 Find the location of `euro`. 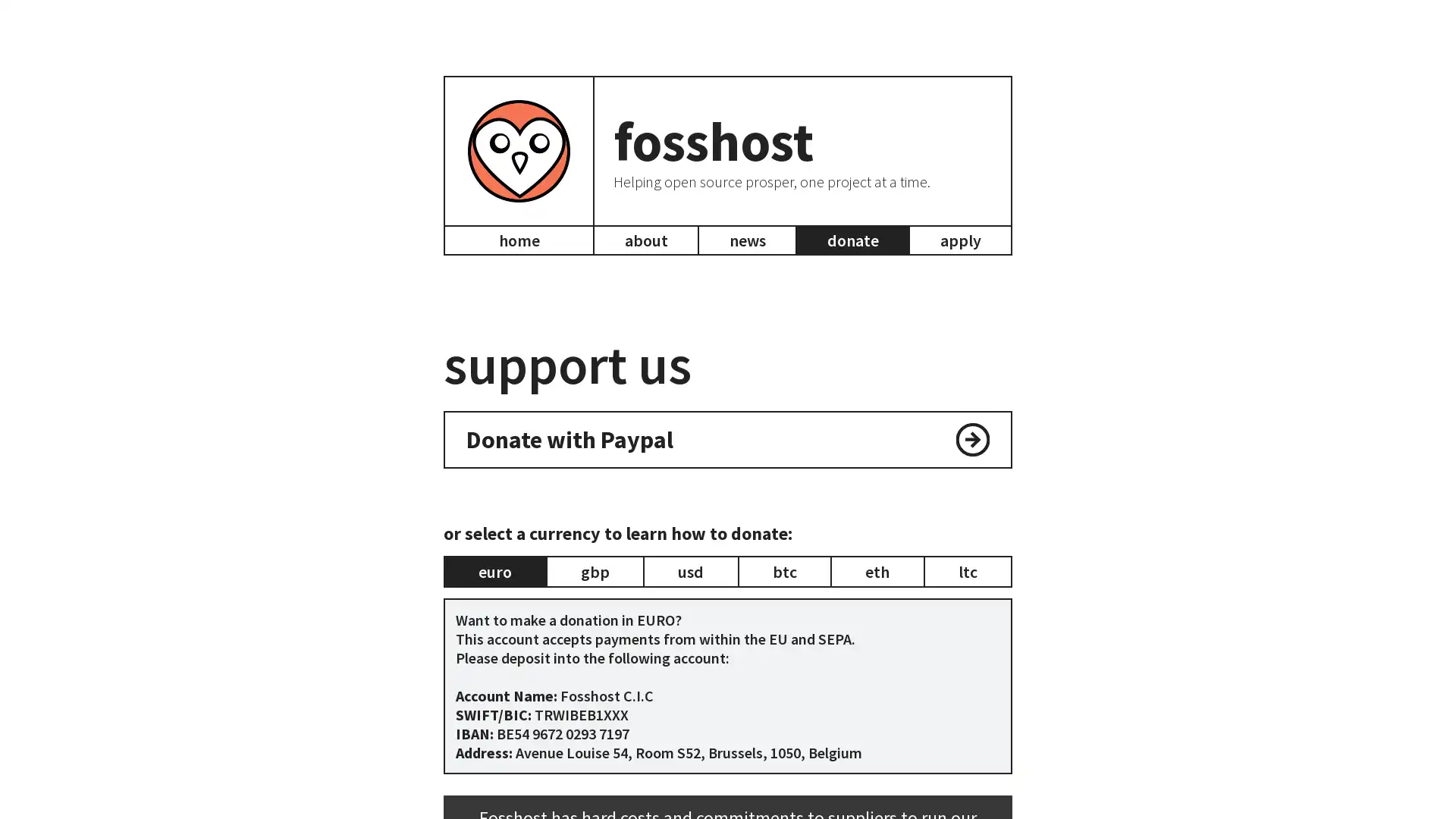

euro is located at coordinates (494, 571).